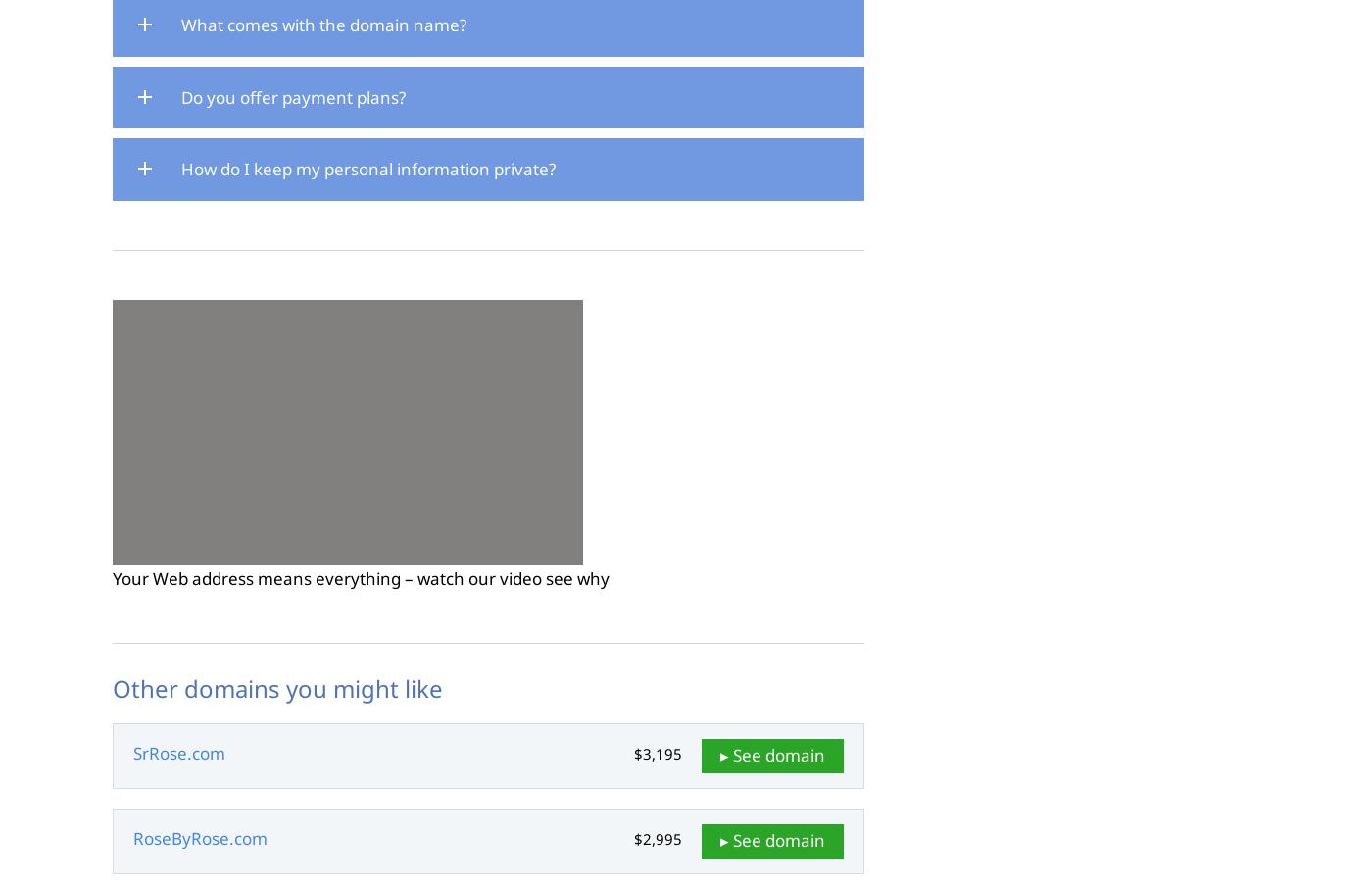  I want to click on '$2,995', so click(658, 839).